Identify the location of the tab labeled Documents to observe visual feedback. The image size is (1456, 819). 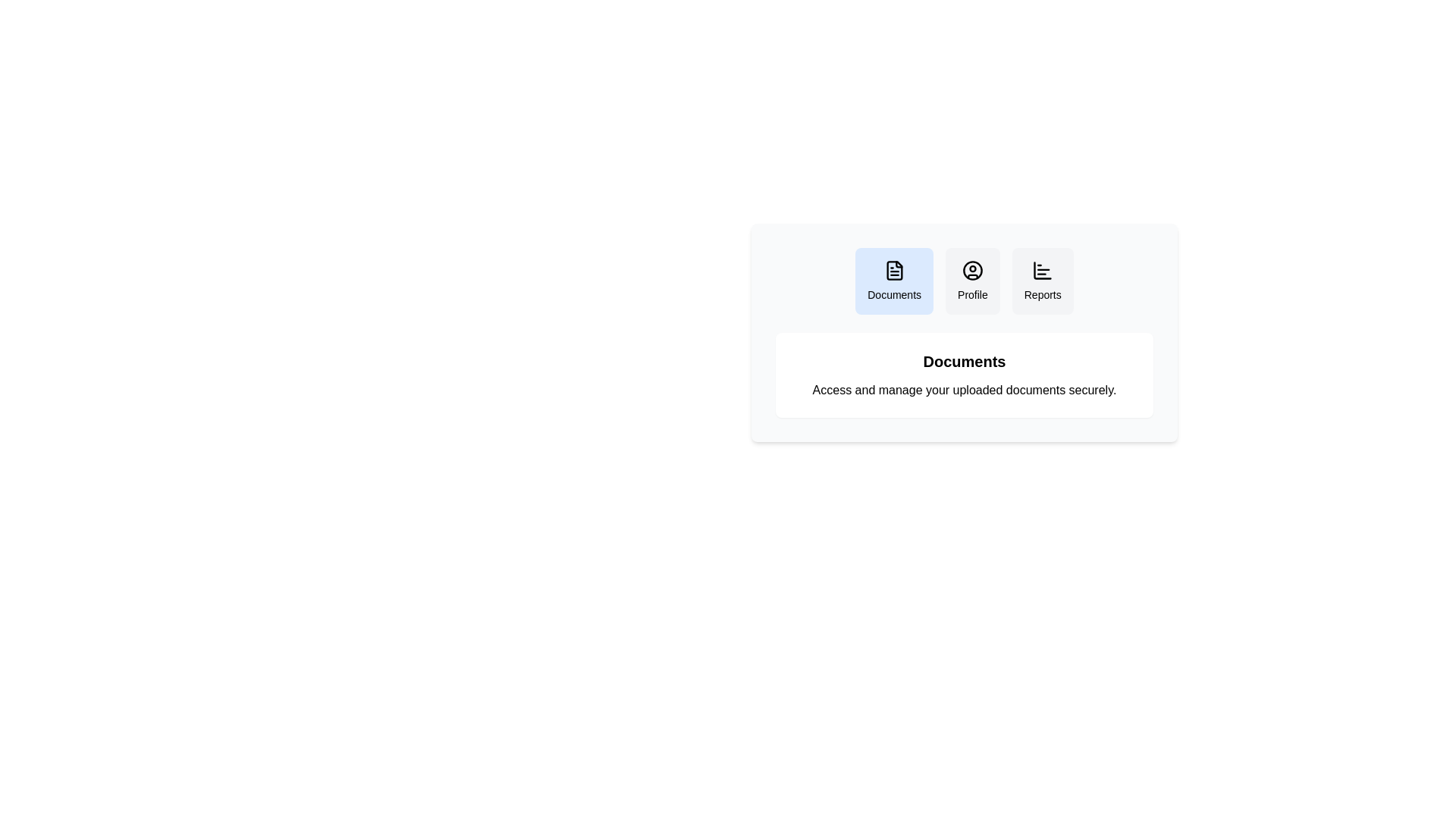
(894, 281).